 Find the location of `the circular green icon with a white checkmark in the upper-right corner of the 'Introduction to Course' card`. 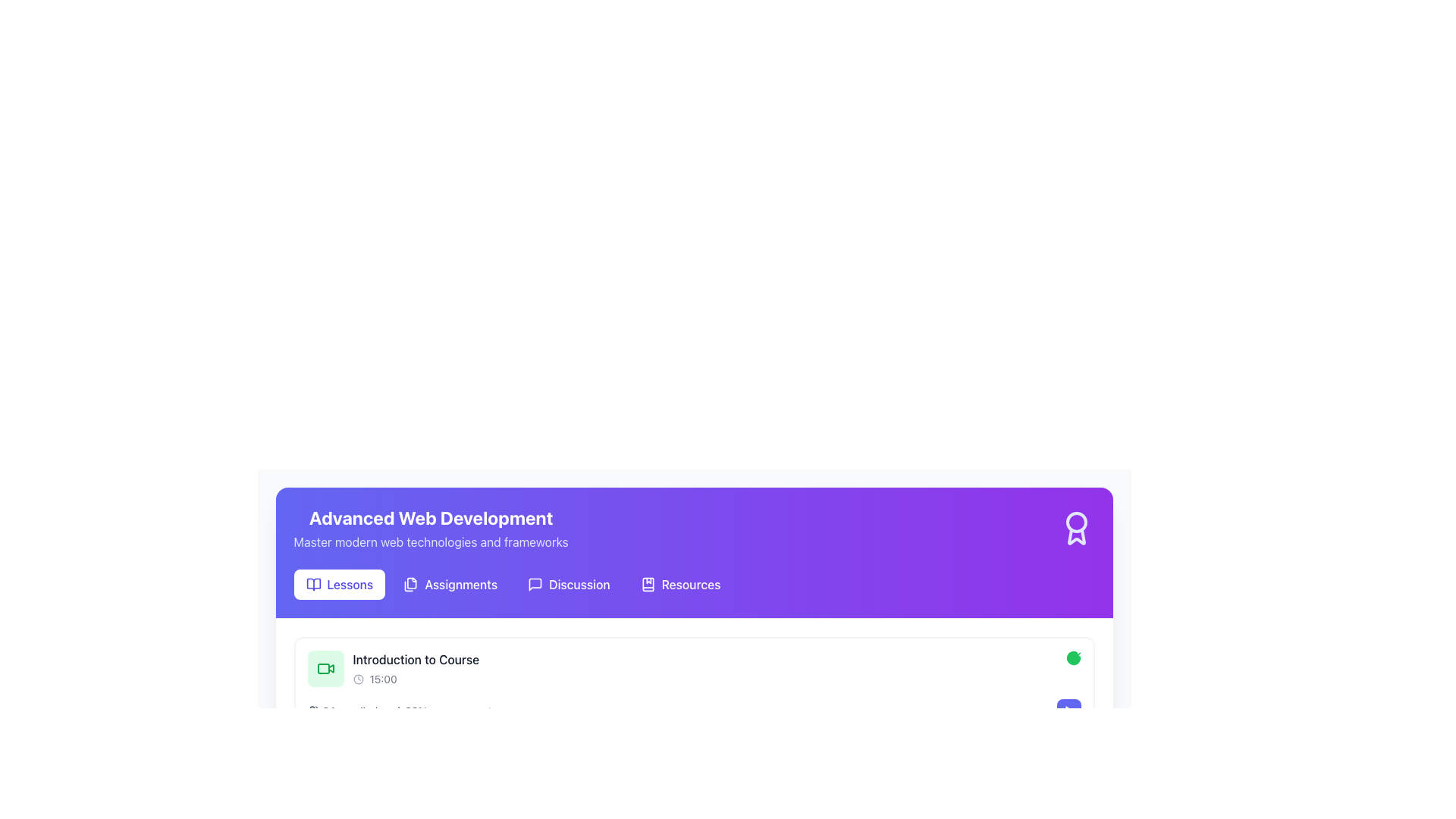

the circular green icon with a white checkmark in the upper-right corner of the 'Introduction to Course' card is located at coordinates (1072, 657).